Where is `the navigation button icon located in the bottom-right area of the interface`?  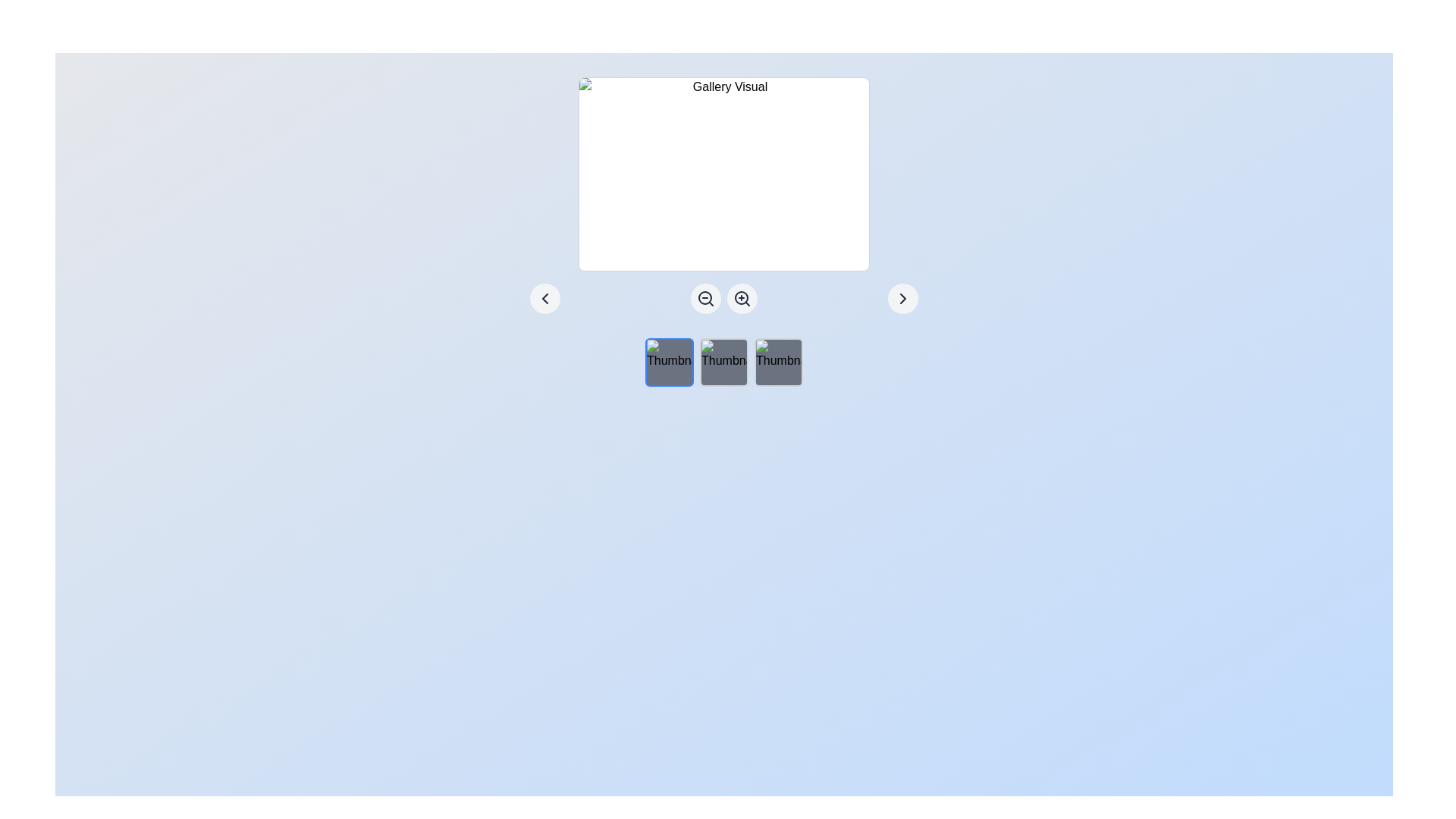
the navigation button icon located in the bottom-right area of the interface is located at coordinates (902, 298).